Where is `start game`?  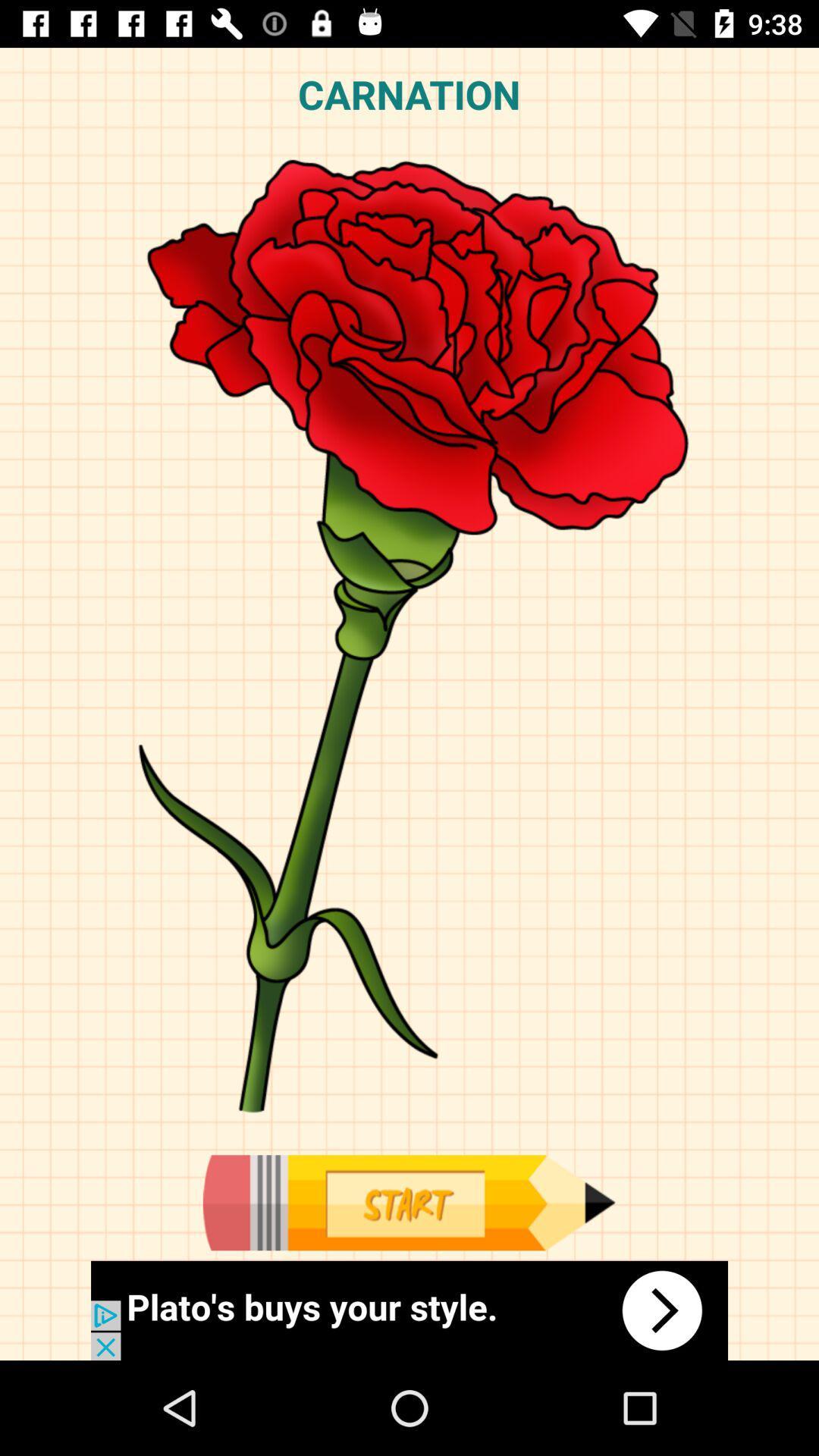
start game is located at coordinates (408, 1202).